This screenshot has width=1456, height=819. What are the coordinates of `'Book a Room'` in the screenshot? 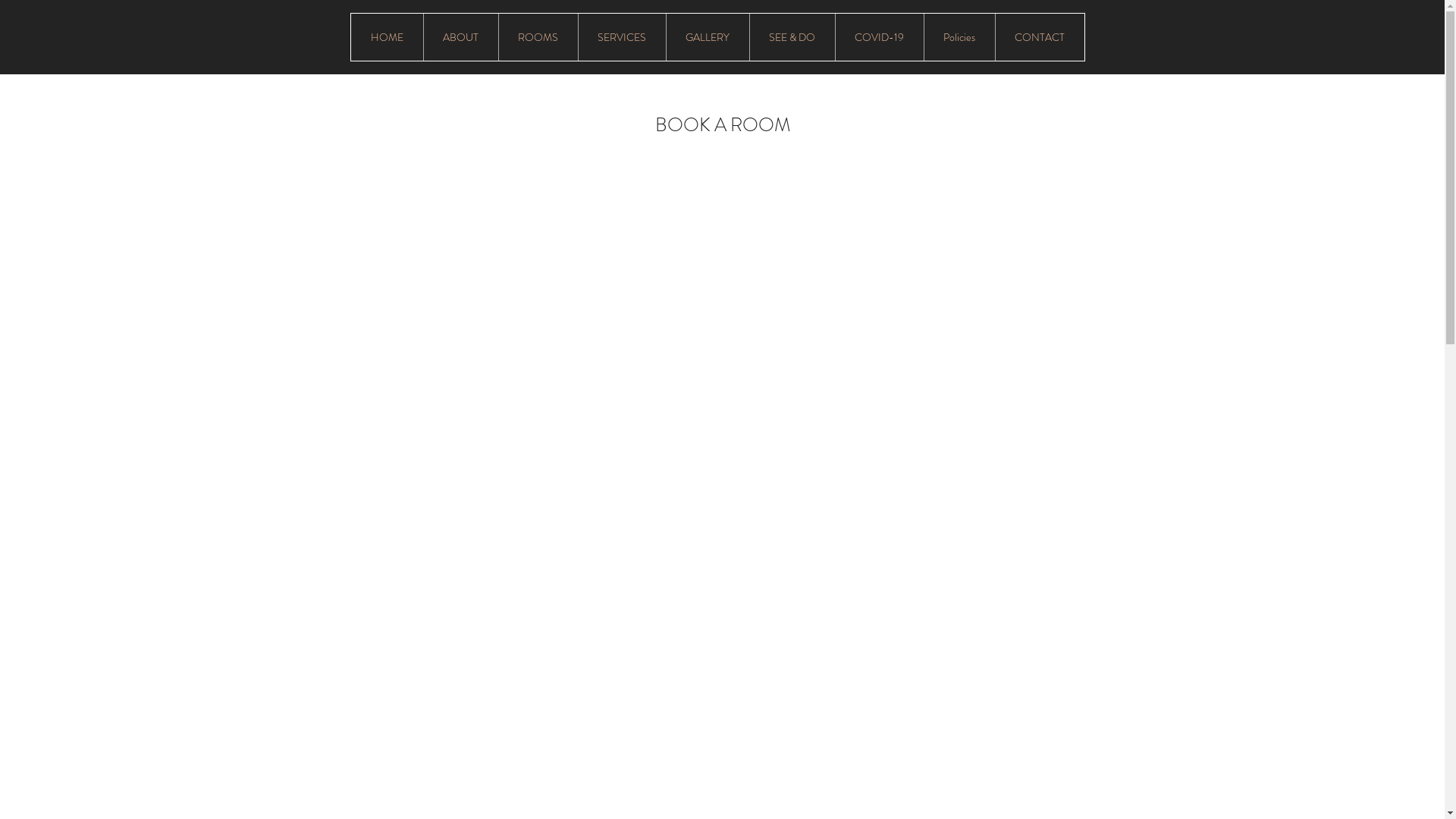 It's located at (1044, 111).